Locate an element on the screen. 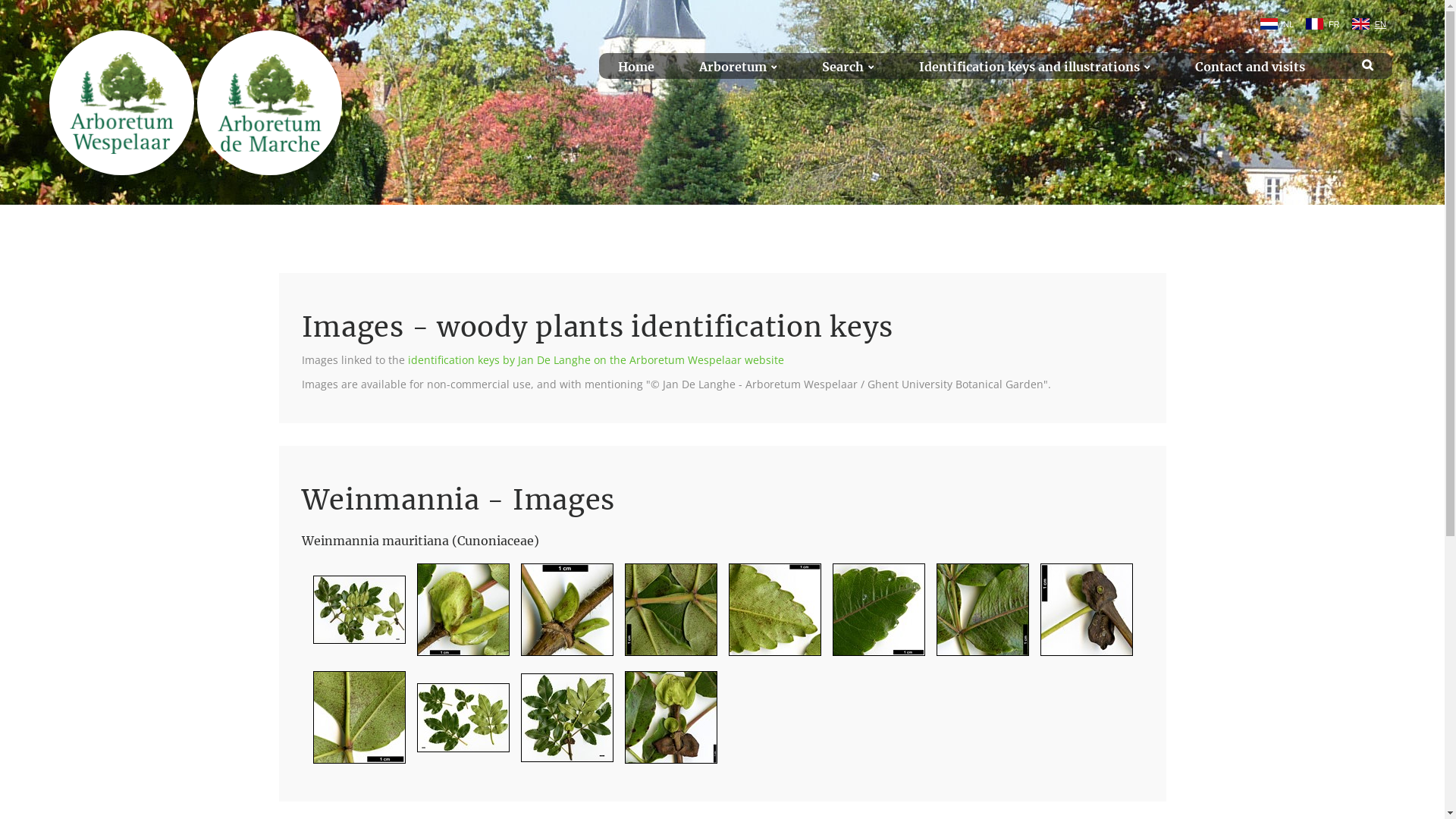  'FR' is located at coordinates (1305, 24).